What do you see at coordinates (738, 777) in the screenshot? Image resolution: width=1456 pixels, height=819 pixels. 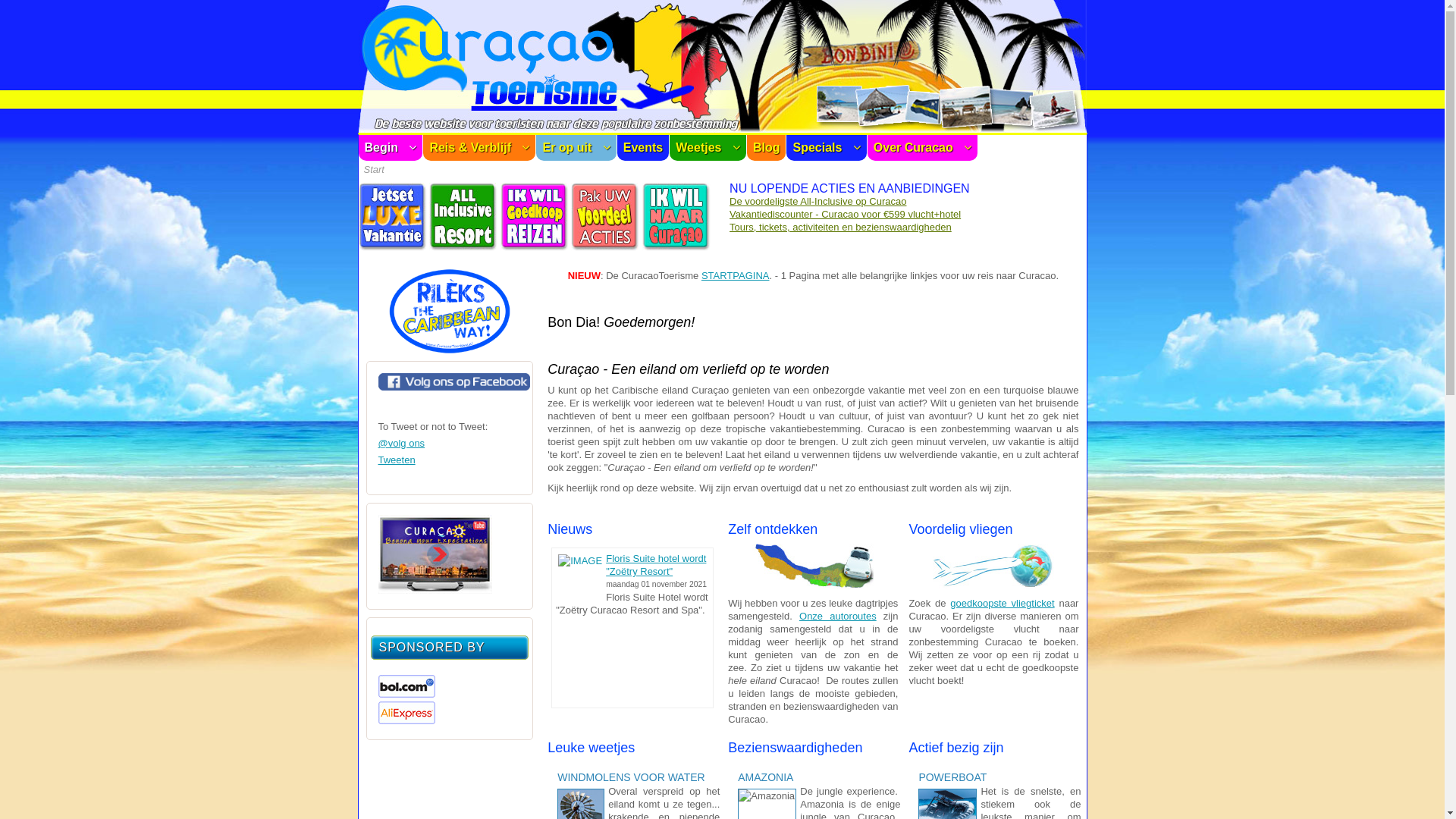 I see `'AMAZONIA'` at bounding box center [738, 777].